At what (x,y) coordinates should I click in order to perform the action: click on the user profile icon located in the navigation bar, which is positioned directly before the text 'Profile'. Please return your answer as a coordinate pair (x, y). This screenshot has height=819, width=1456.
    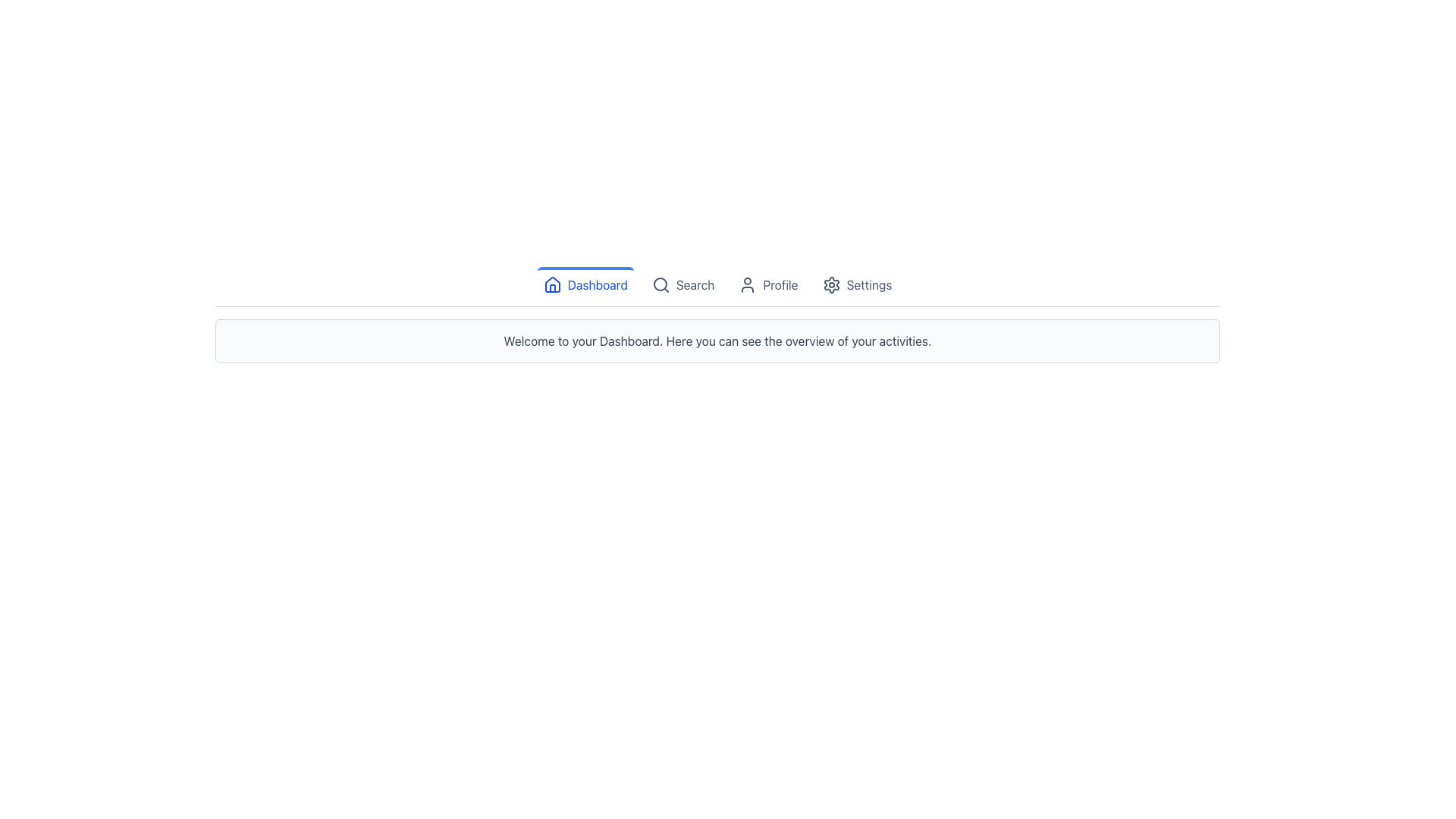
    Looking at the image, I should click on (748, 284).